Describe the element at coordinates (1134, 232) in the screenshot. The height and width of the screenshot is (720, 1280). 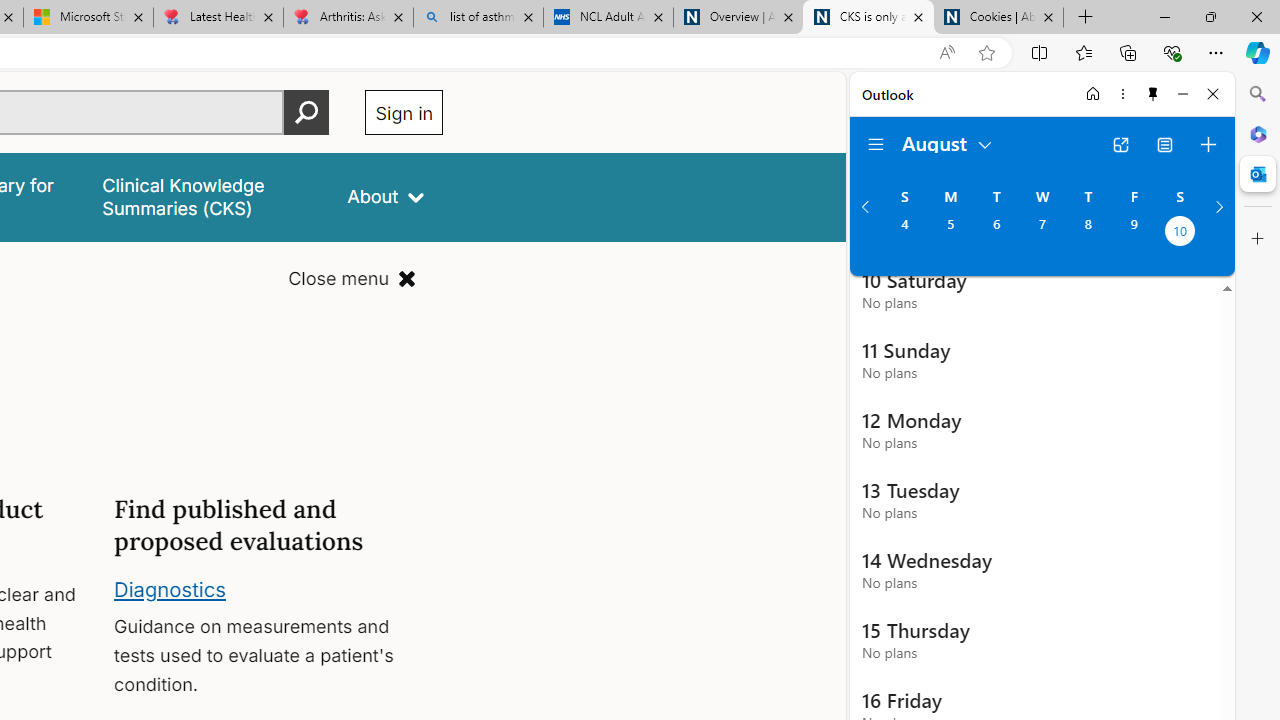
I see `'Friday, August 9, 2024. '` at that location.